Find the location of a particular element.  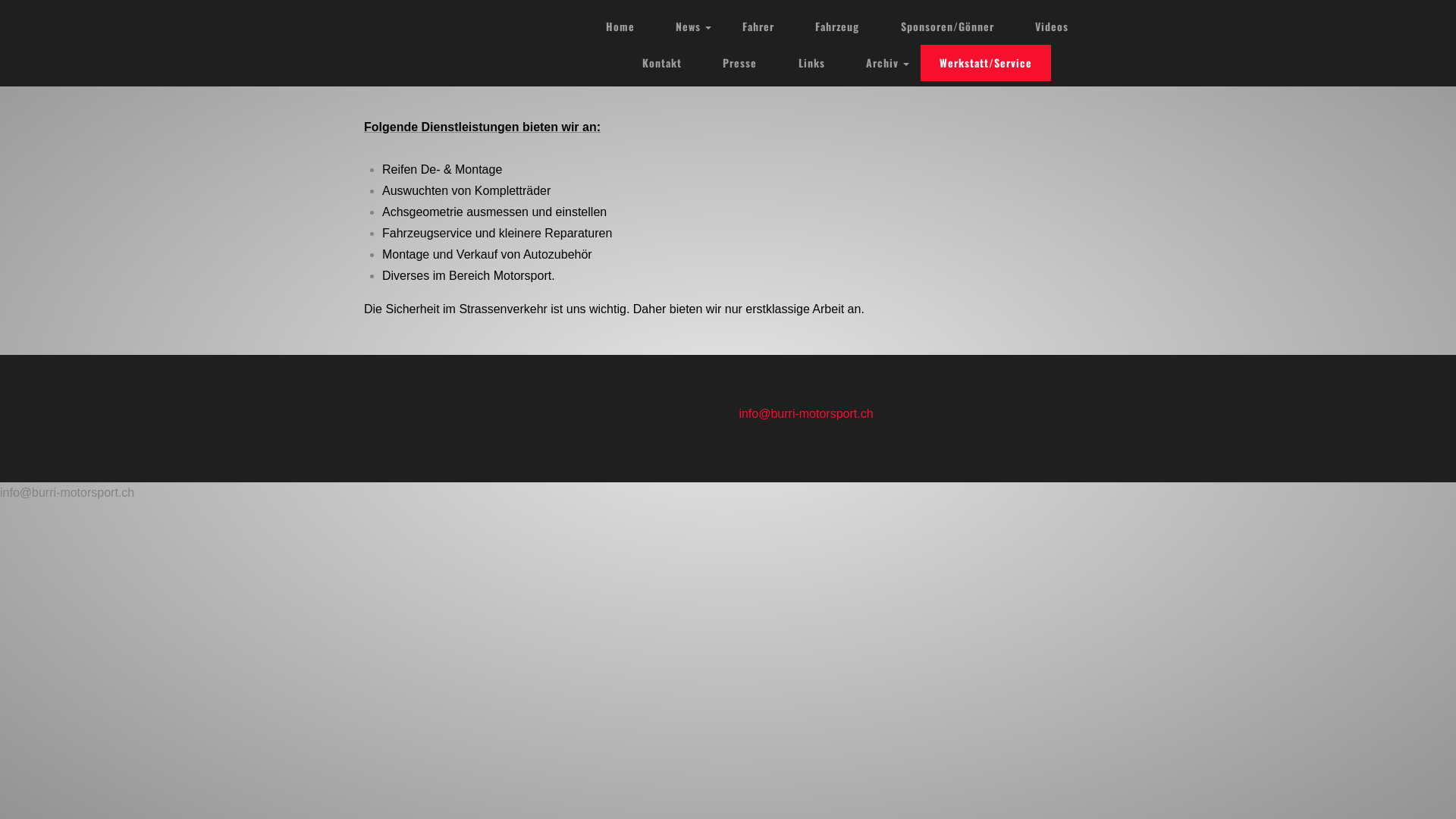

'Links' is located at coordinates (811, 62).